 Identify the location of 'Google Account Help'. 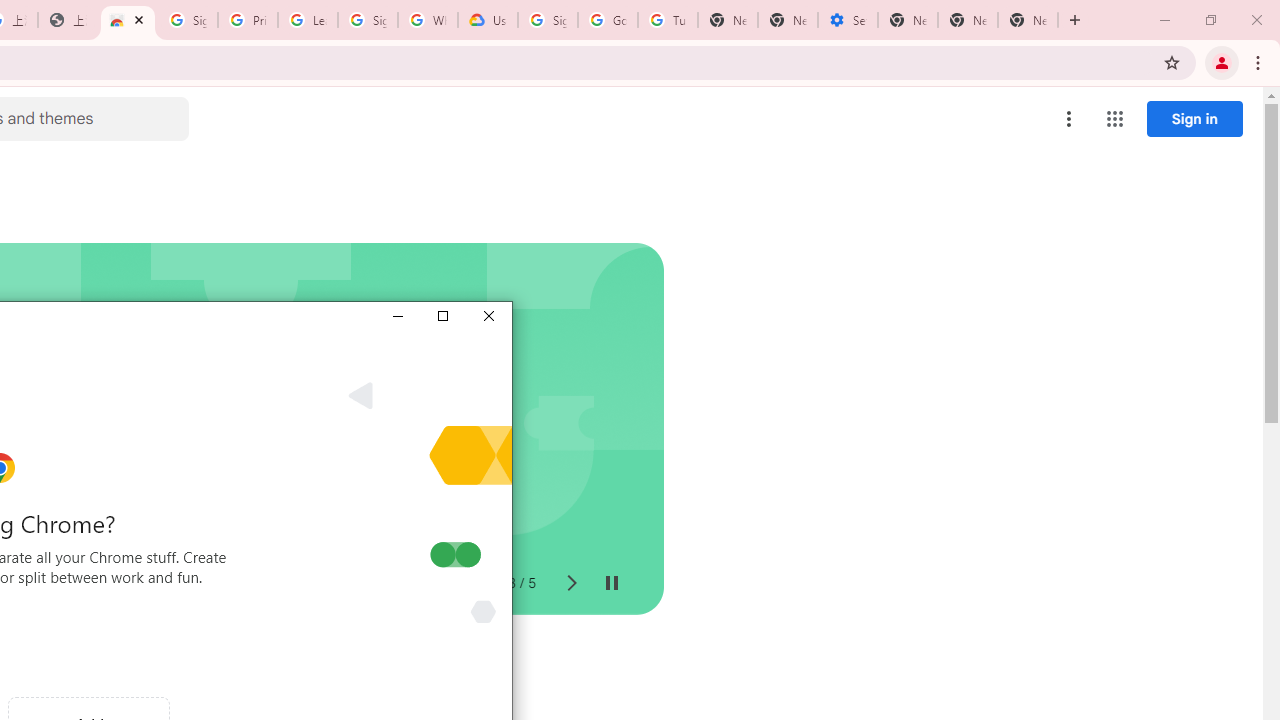
(607, 20).